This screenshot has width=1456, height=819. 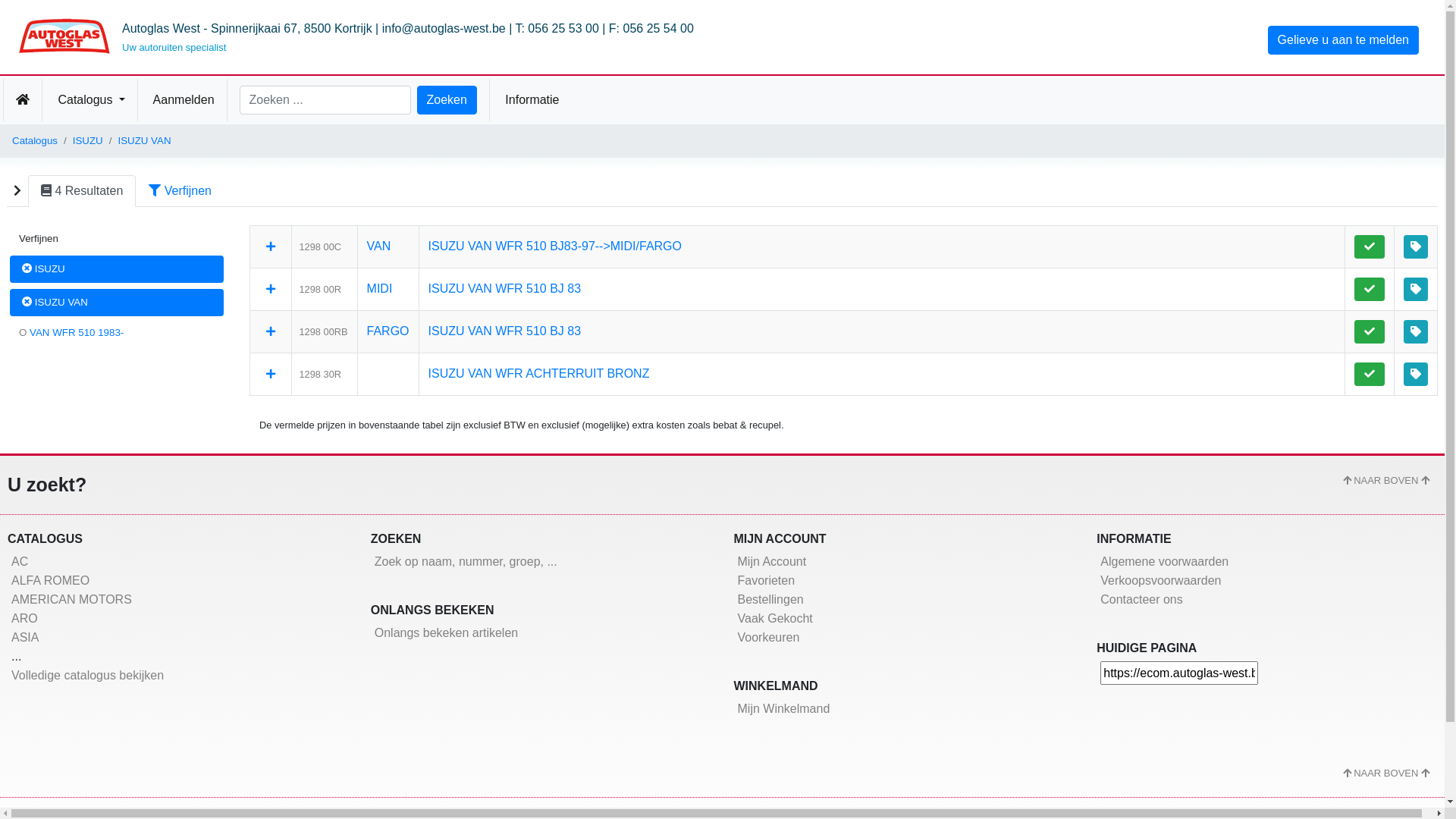 What do you see at coordinates (446, 99) in the screenshot?
I see `'Zoeken'` at bounding box center [446, 99].